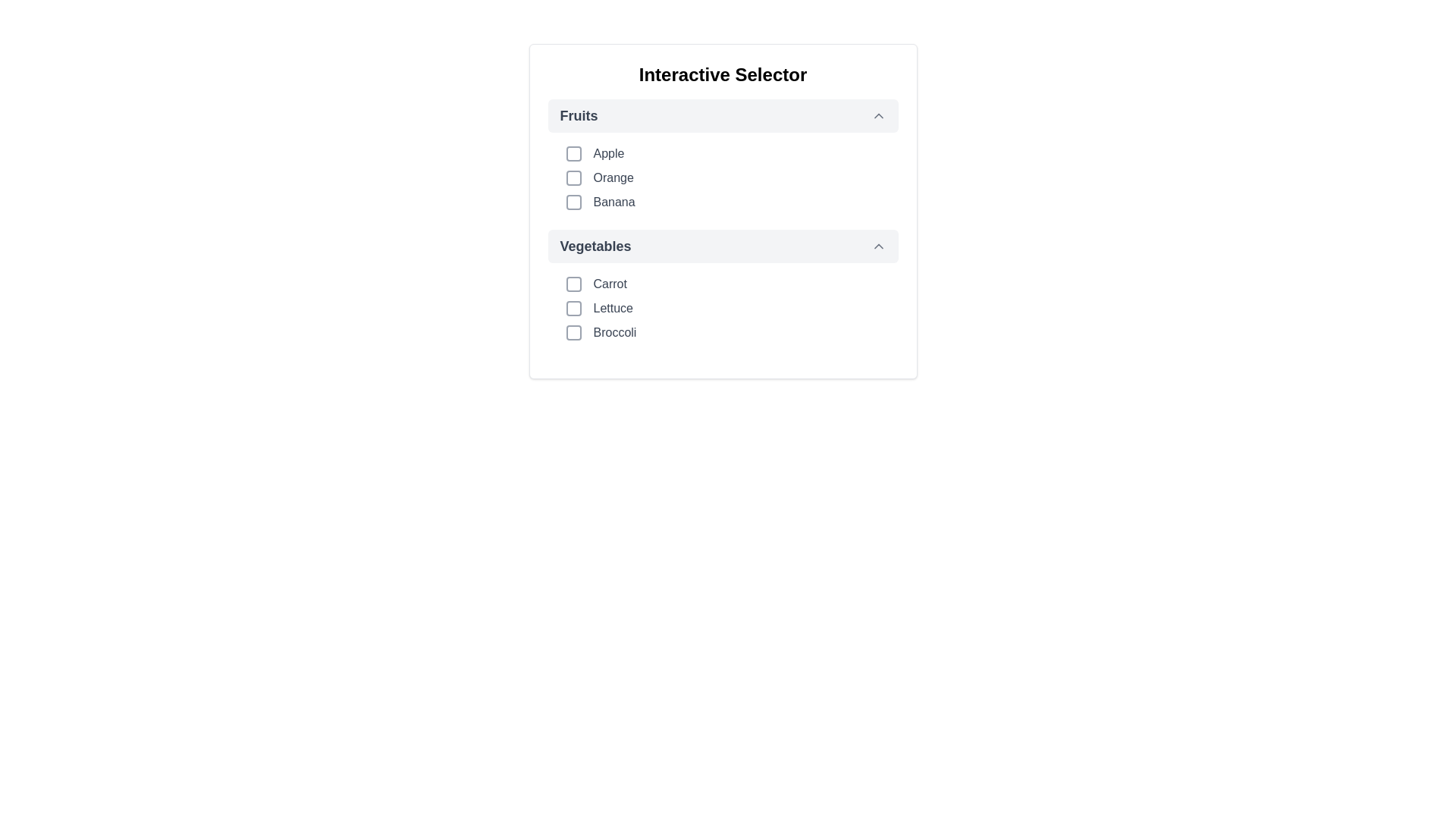  What do you see at coordinates (610, 284) in the screenshot?
I see `the static text label 'Carrot' located adjacent to the checkbox in the 'Vegetables' section` at bounding box center [610, 284].